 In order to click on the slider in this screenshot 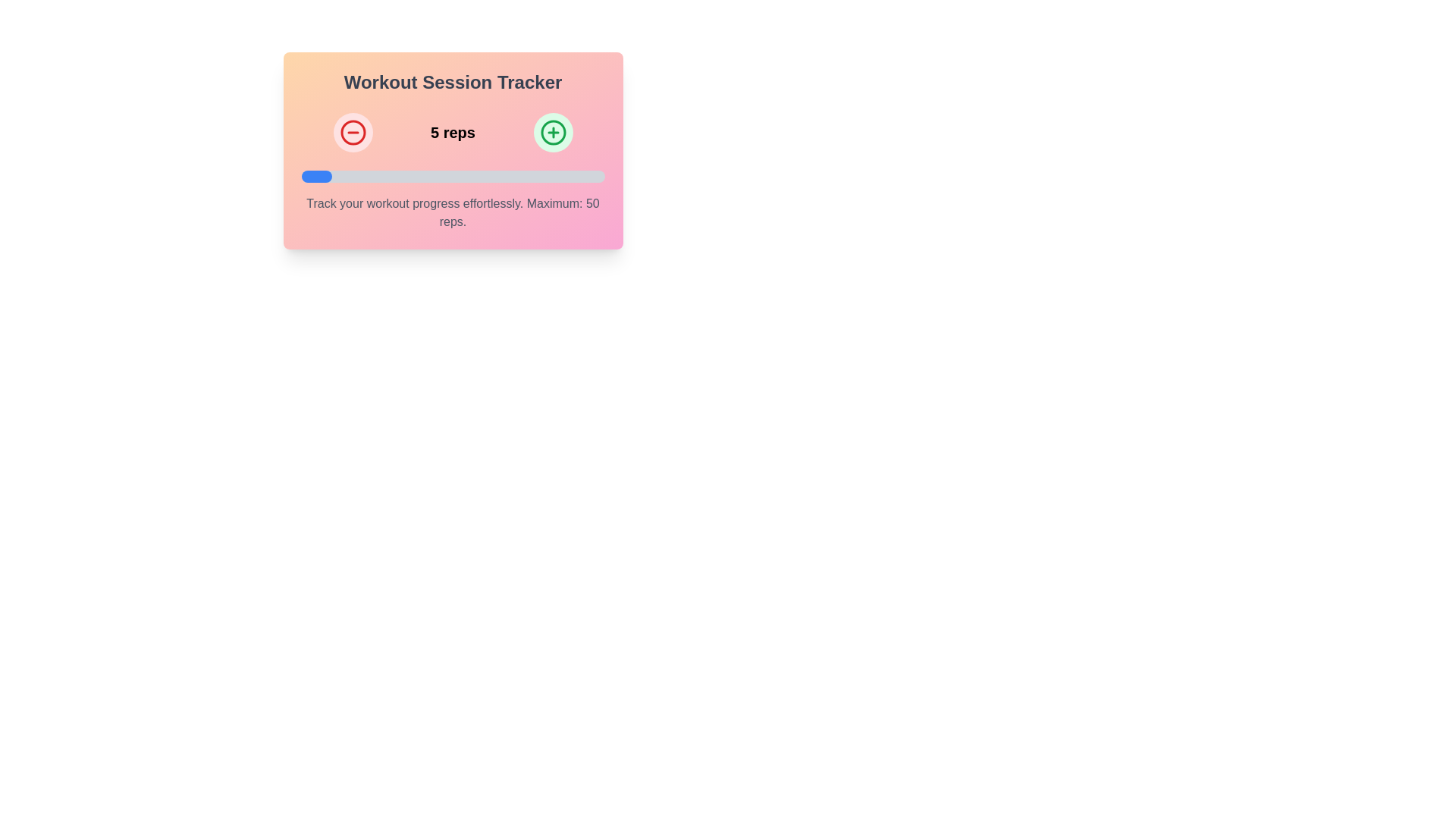, I will do `click(323, 175)`.